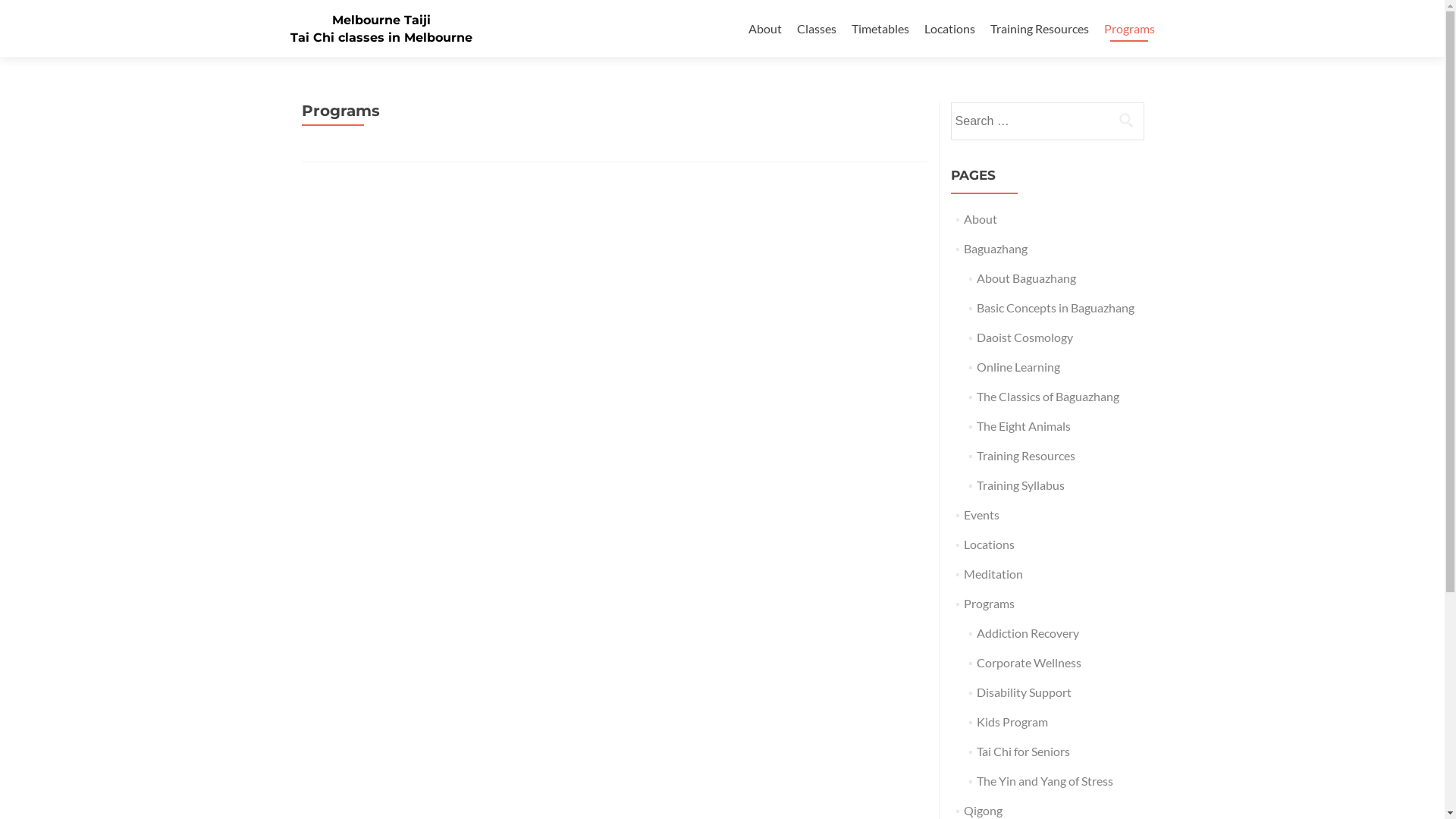 The image size is (1456, 819). What do you see at coordinates (1012, 720) in the screenshot?
I see `'Kids Program'` at bounding box center [1012, 720].